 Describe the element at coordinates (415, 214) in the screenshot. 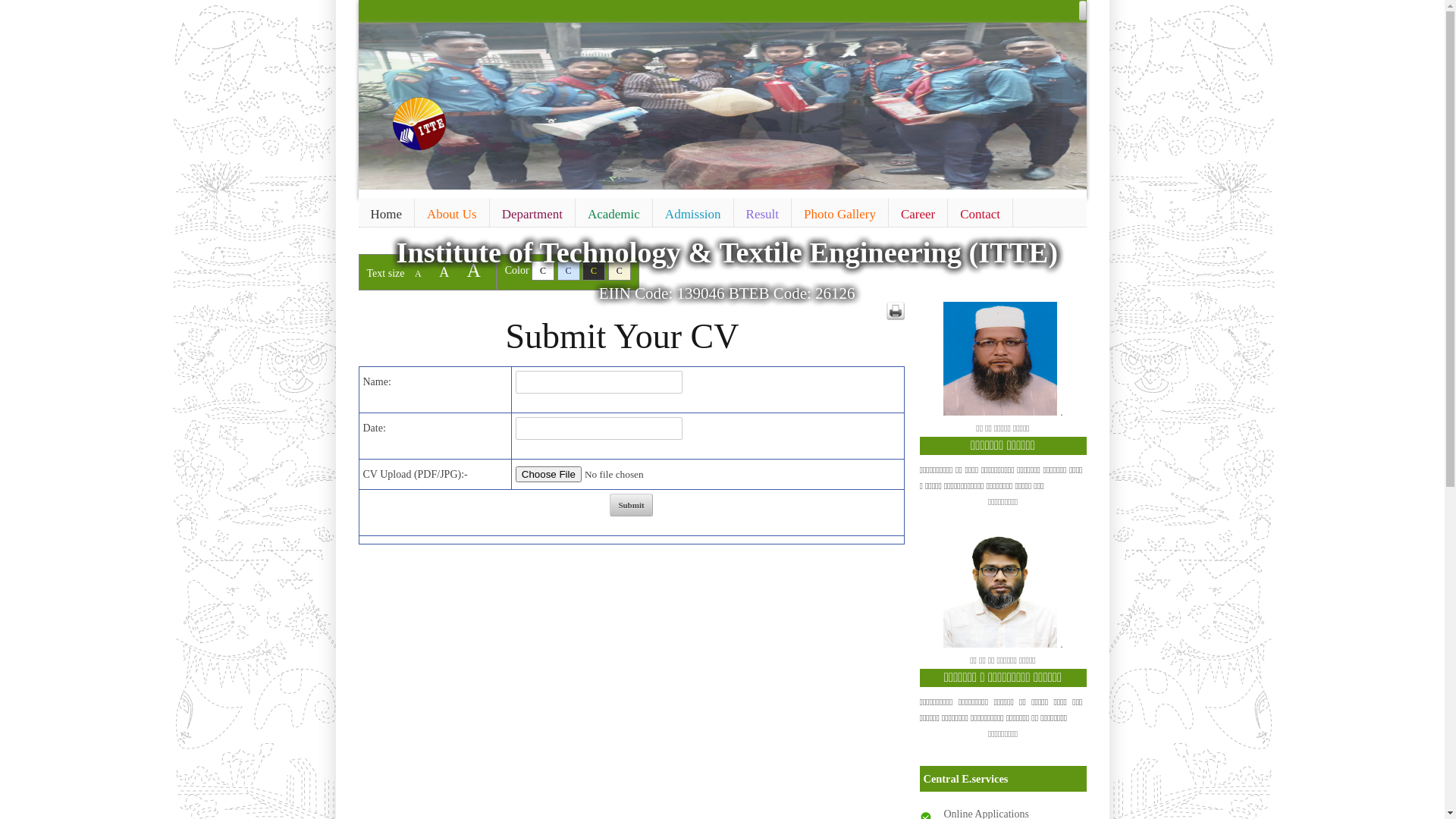

I see `'About Us'` at that location.